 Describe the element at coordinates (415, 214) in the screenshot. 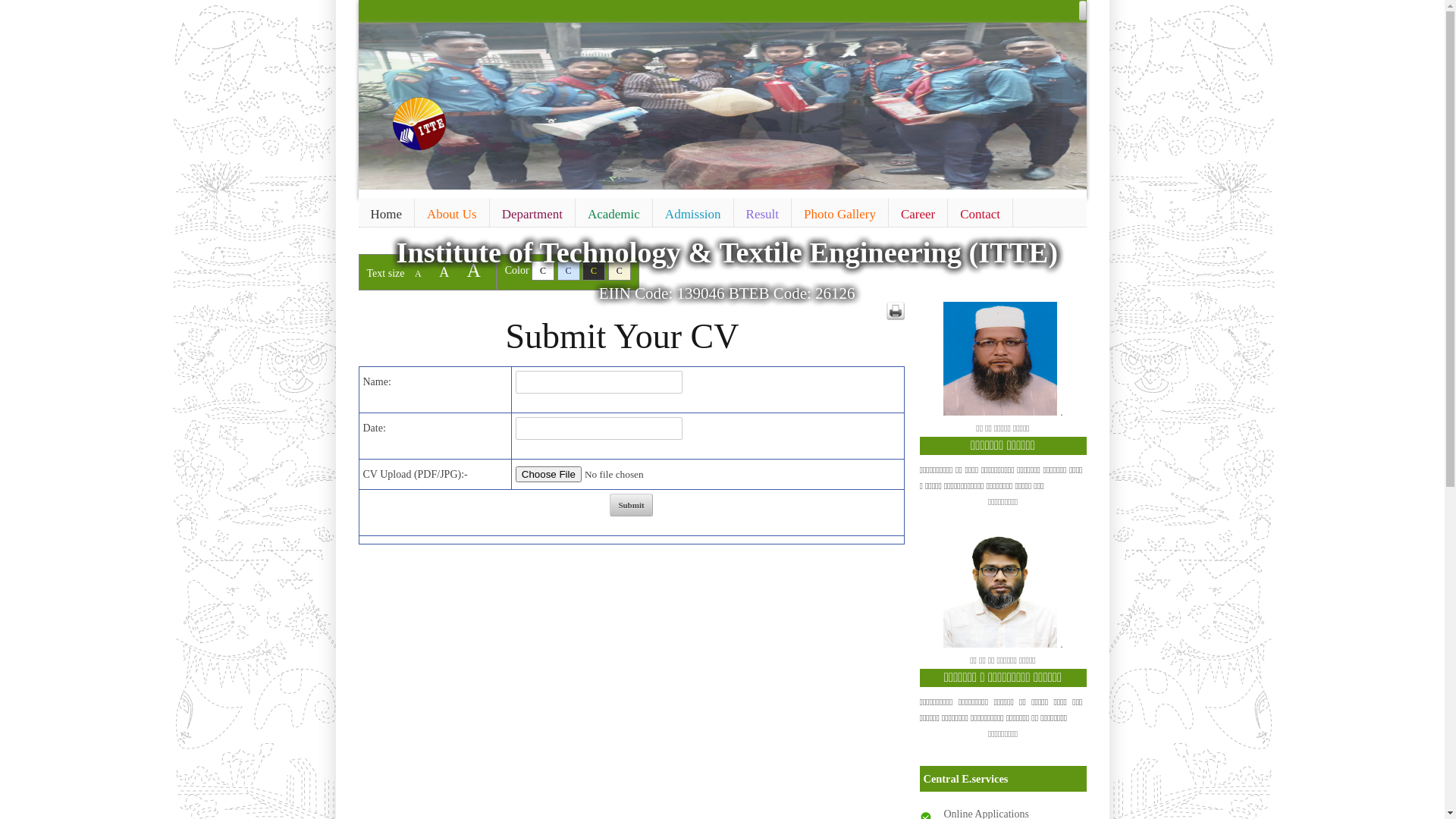

I see `'About Us'` at that location.